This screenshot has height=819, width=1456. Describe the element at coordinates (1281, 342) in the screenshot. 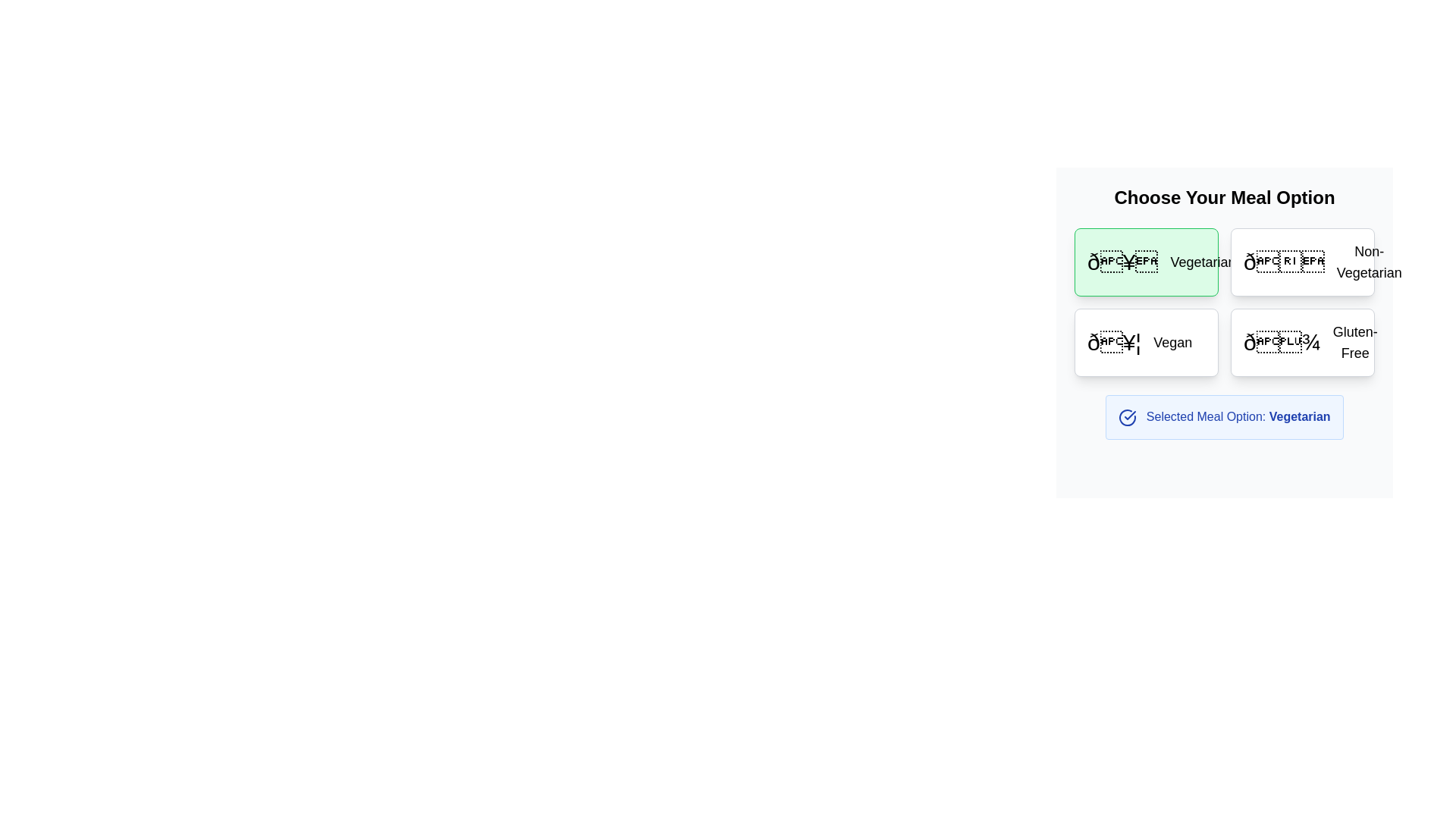

I see `the decorative 'Gluten-Free' icon located in the lower-right corner of the meal options section` at that location.